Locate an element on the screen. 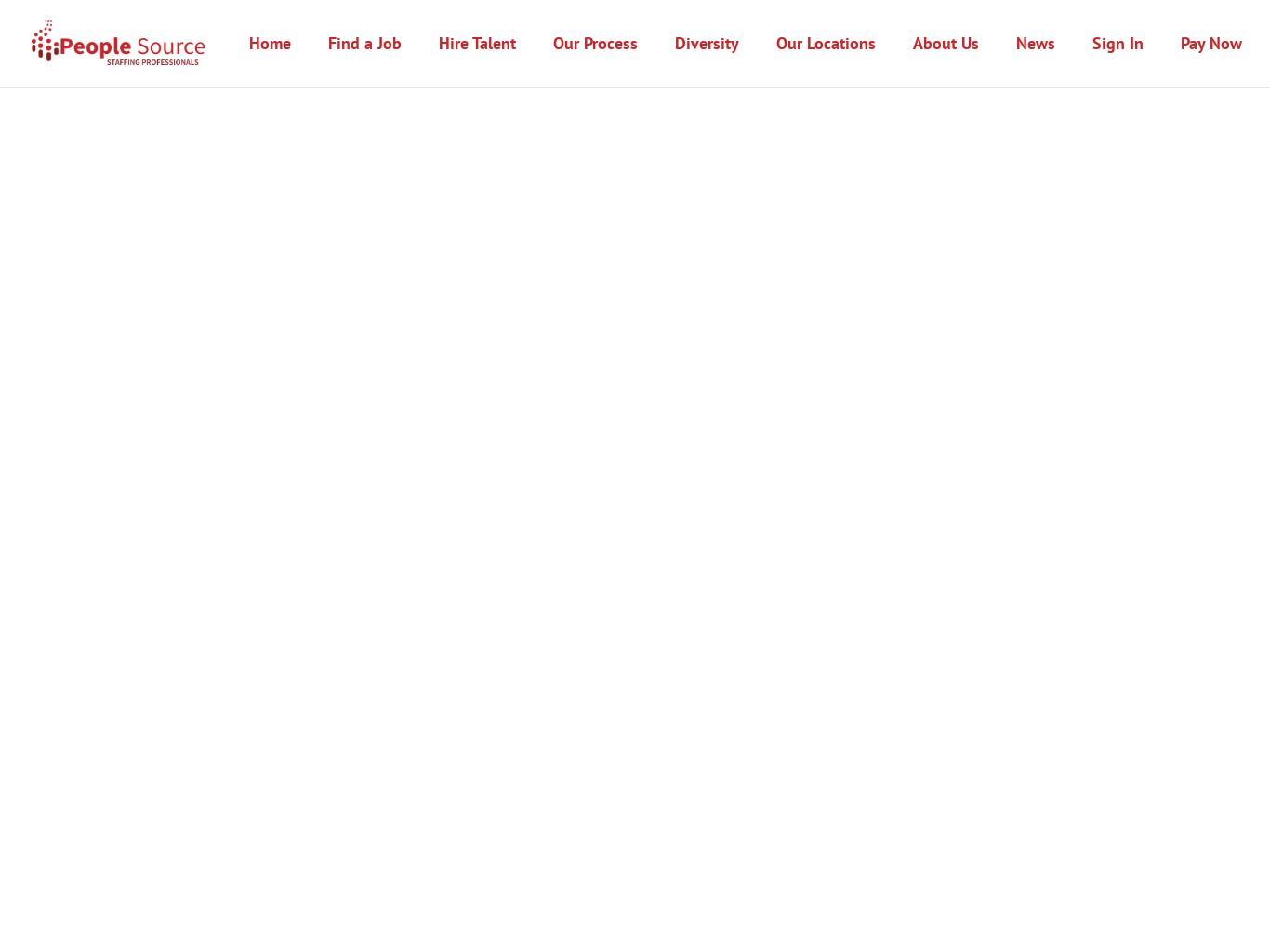 This screenshot has width=1270, height=952. 'Home' is located at coordinates (270, 42).